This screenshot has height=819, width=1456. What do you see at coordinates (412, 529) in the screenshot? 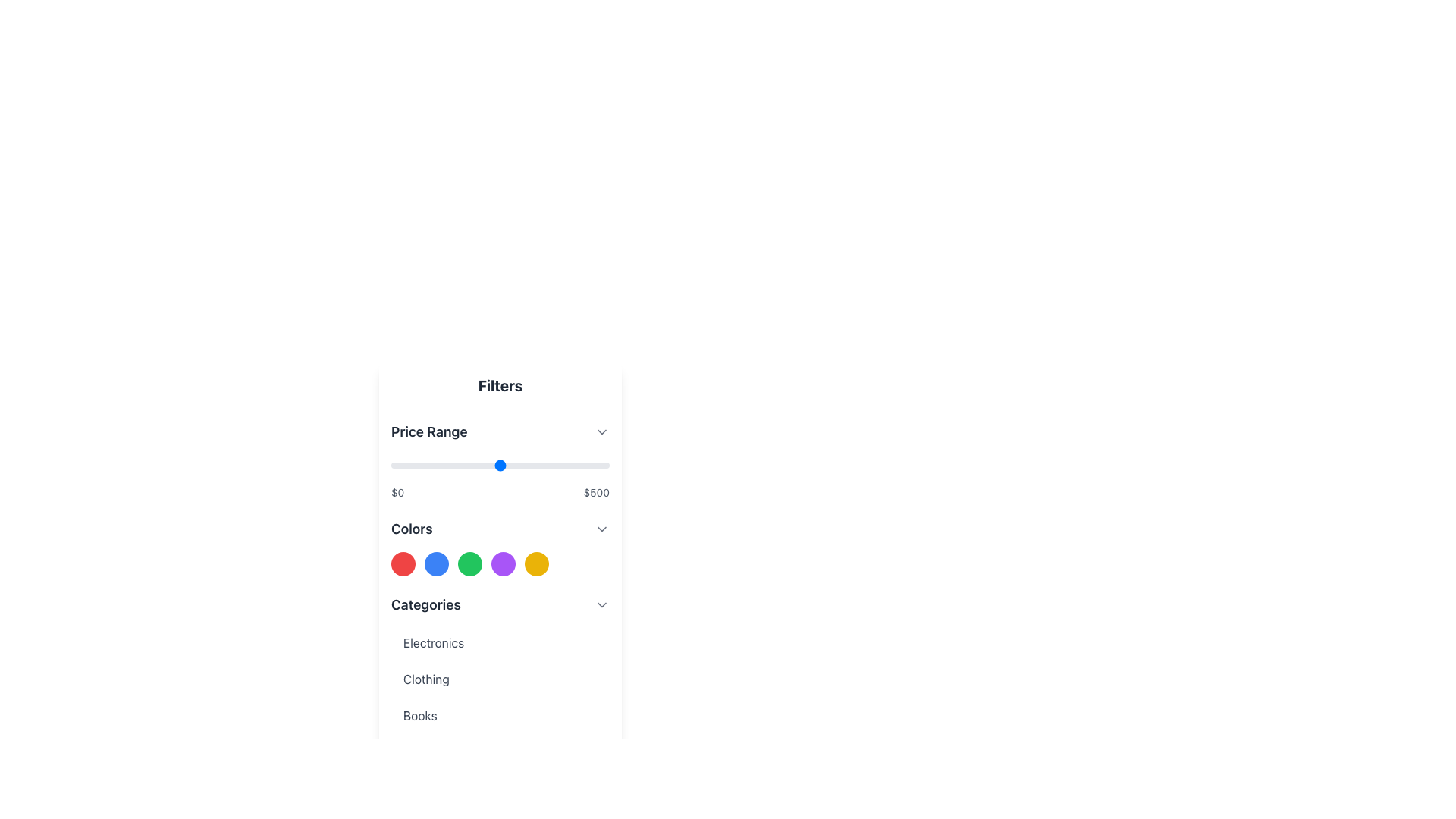
I see `'Colors' text label, which is a bold, dark-colored heading located in the 'Filters' section, above the colored circle buttons` at bounding box center [412, 529].